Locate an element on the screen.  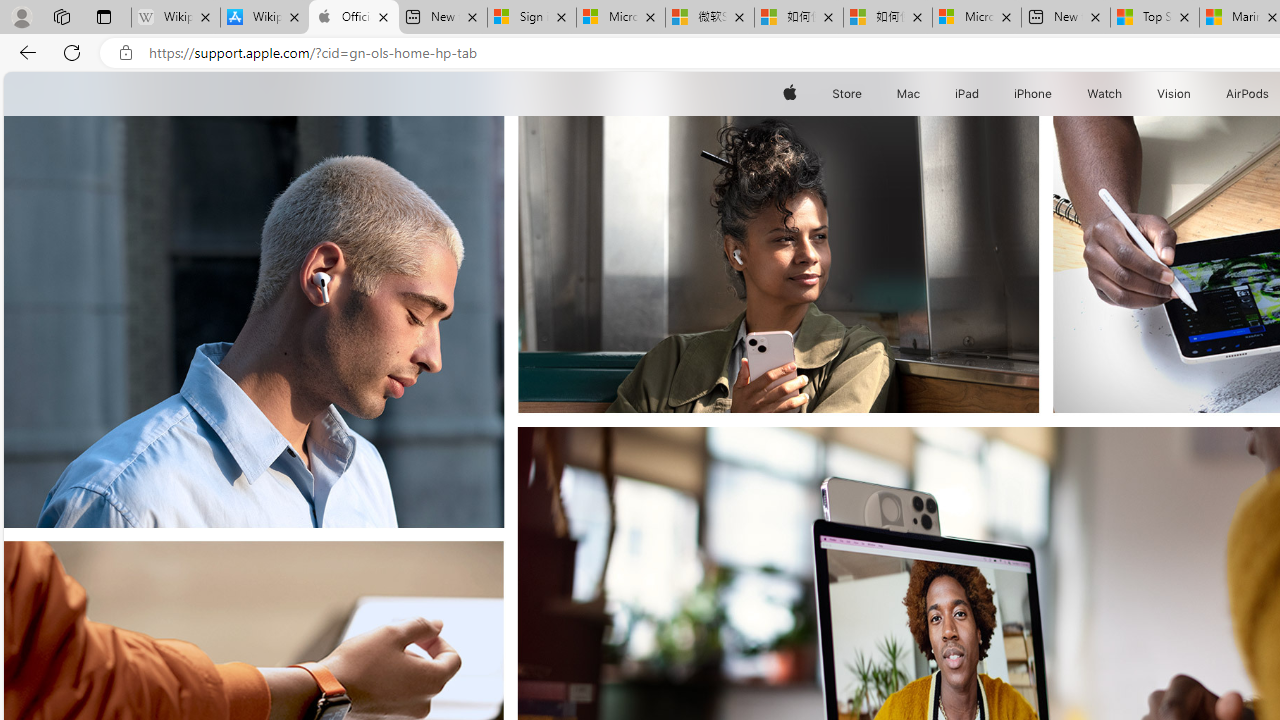
'Microsoft Services Agreement' is located at coordinates (620, 17).